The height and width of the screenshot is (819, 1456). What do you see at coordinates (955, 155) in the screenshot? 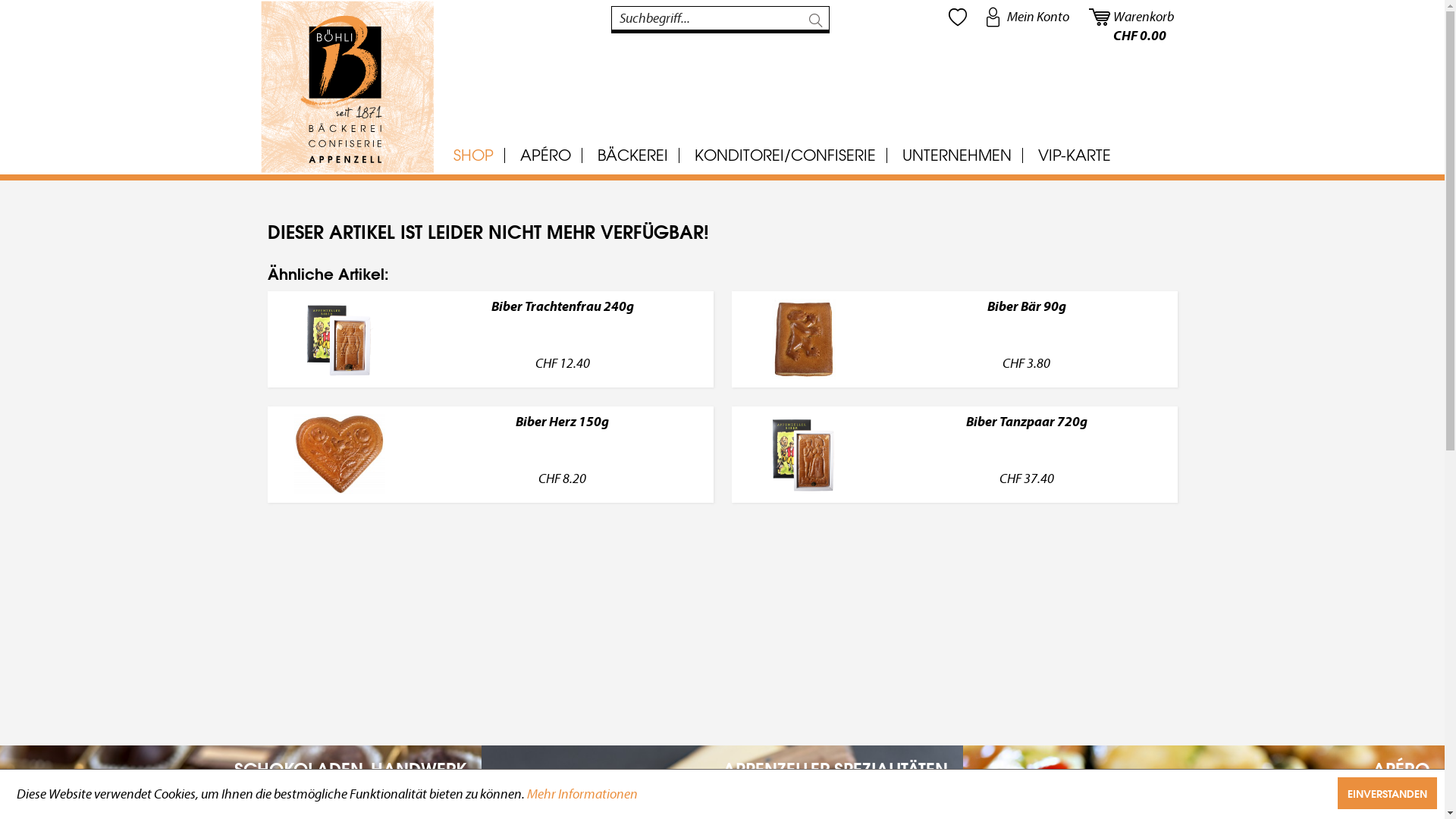
I see `'UNTERNEHMEN'` at bounding box center [955, 155].